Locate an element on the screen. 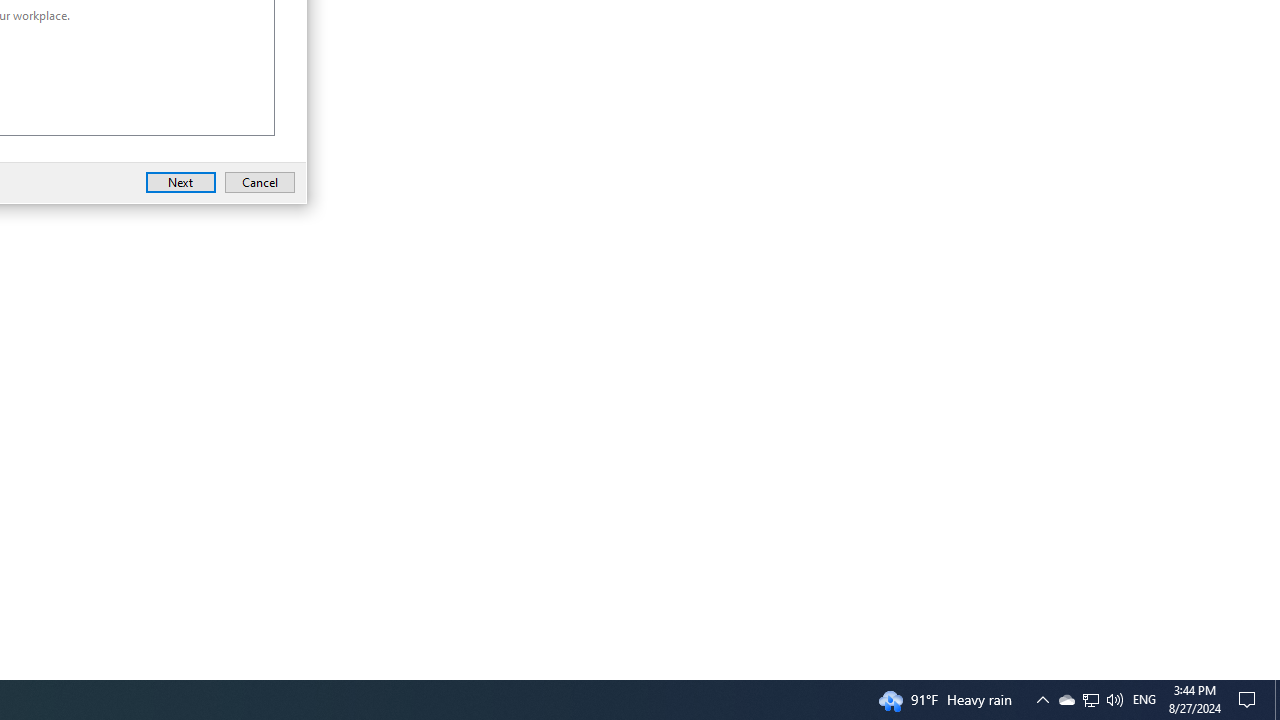  'Next' is located at coordinates (181, 182).